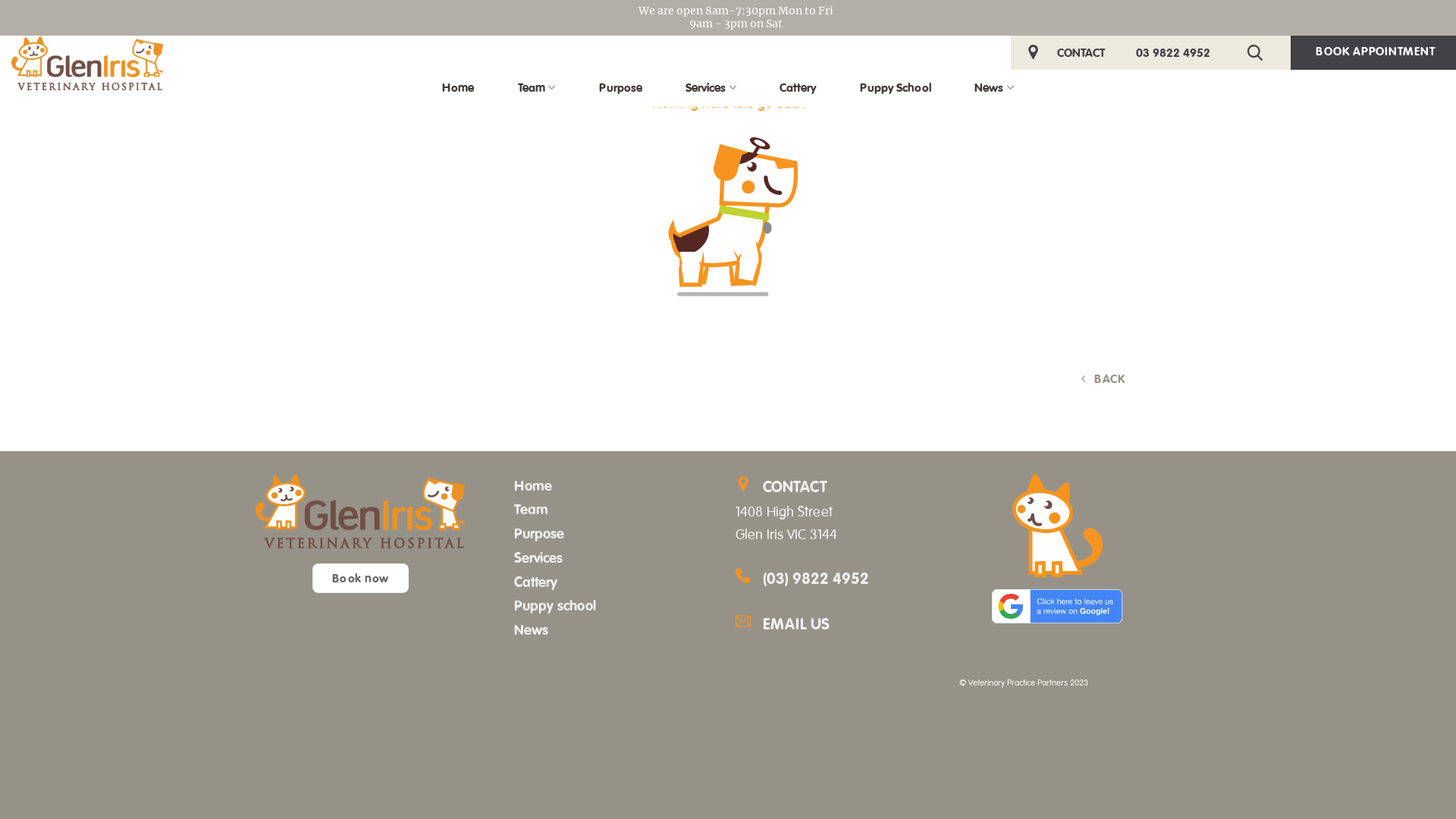 This screenshot has width=1456, height=819. What do you see at coordinates (532, 485) in the screenshot?
I see `'Home'` at bounding box center [532, 485].